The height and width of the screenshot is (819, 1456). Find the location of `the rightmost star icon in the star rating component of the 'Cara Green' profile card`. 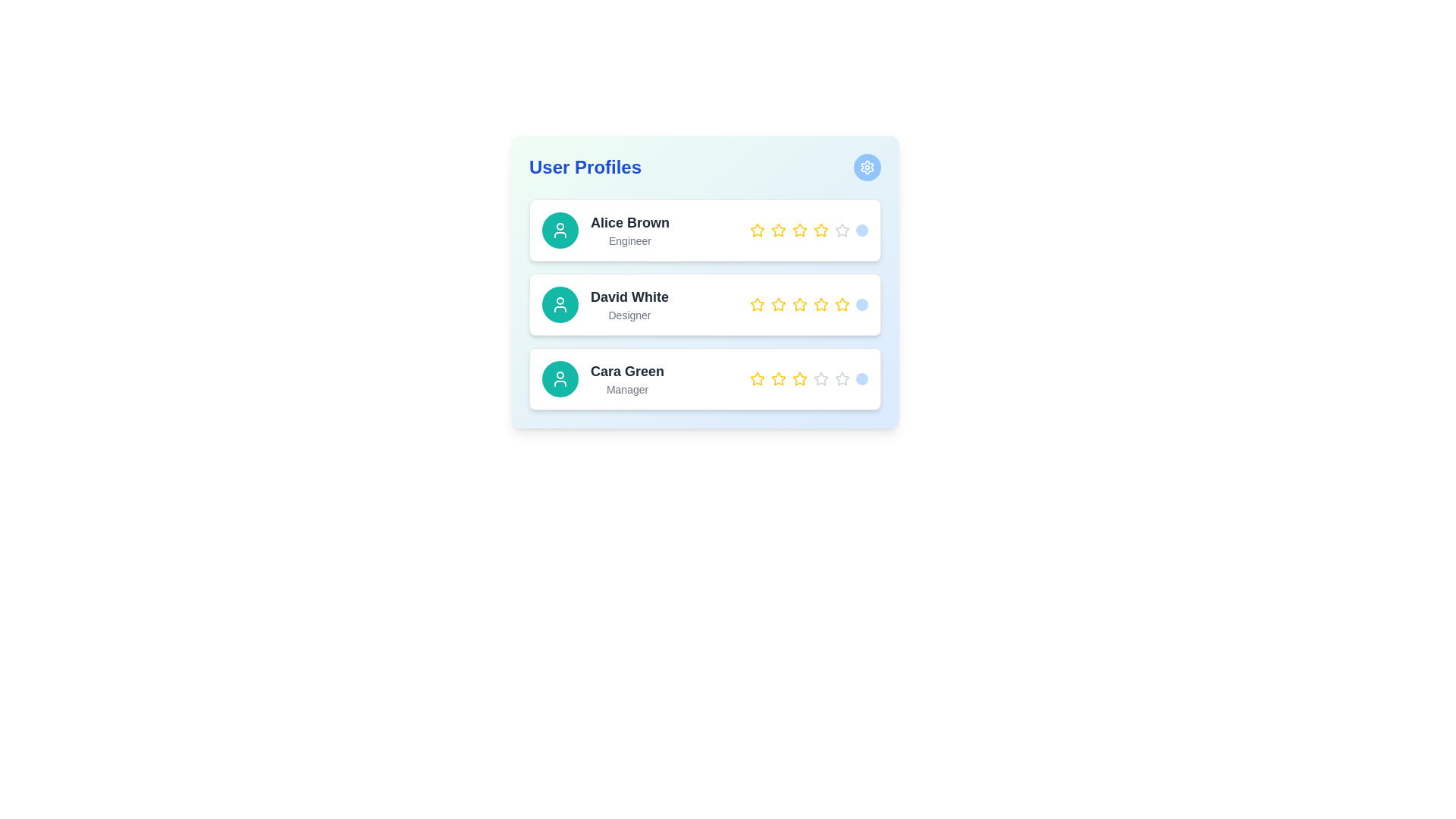

the rightmost star icon in the star rating component of the 'Cara Green' profile card is located at coordinates (841, 378).